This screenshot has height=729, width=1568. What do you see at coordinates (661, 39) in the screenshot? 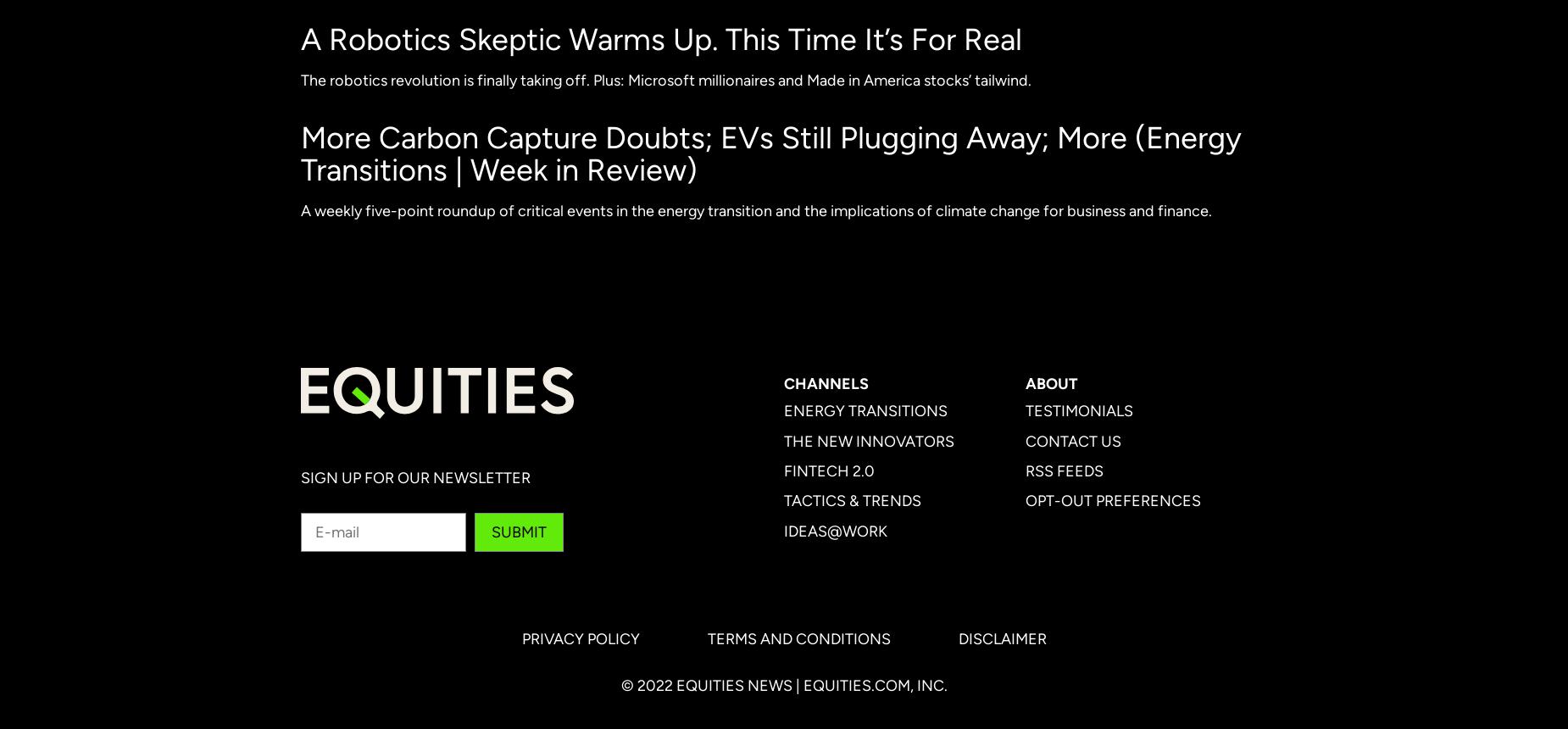
I see `'A Robotics Skeptic Warms Up. This Time It’s For Real'` at bounding box center [661, 39].